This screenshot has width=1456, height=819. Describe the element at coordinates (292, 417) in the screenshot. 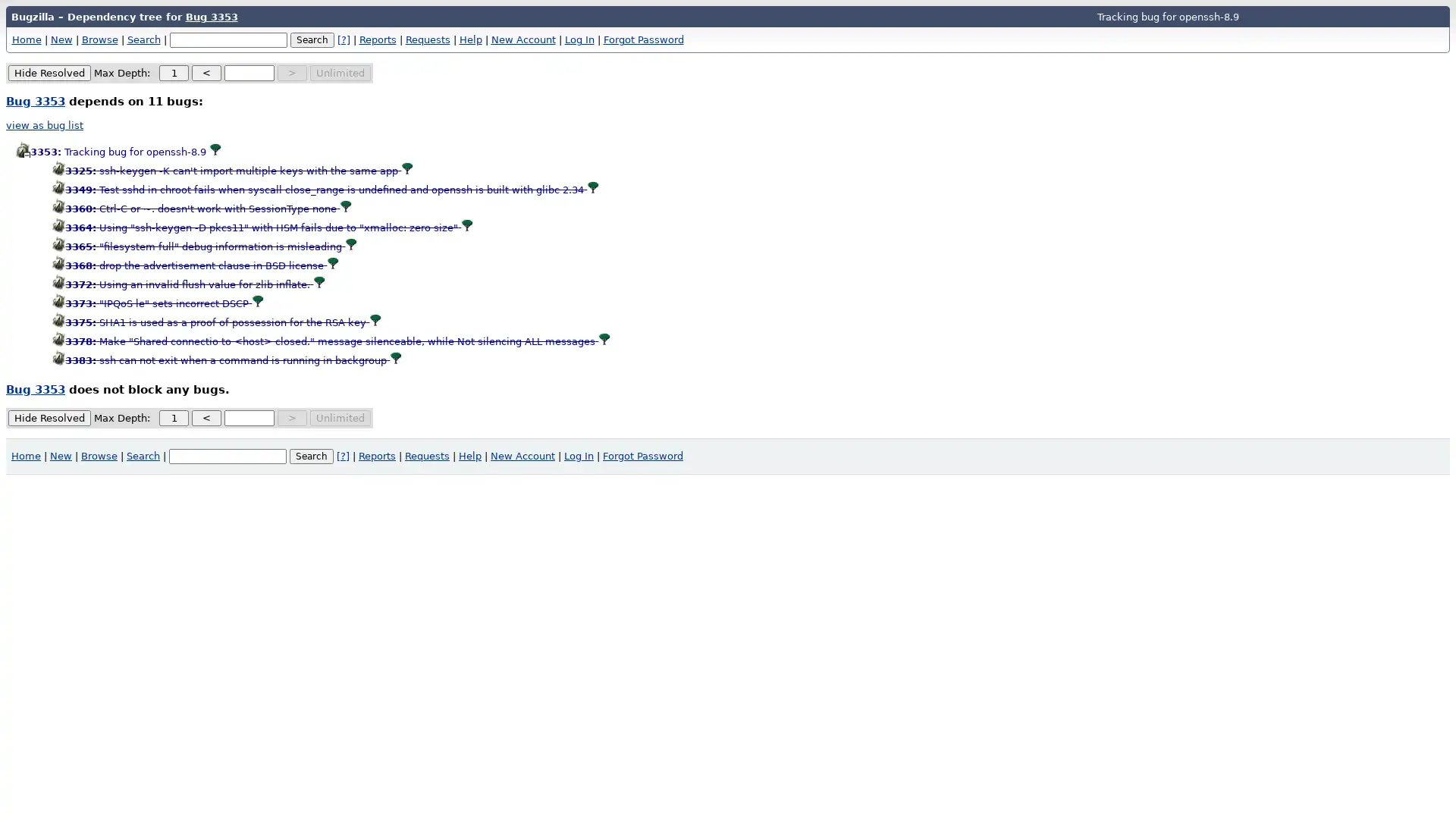

I see `>` at that location.